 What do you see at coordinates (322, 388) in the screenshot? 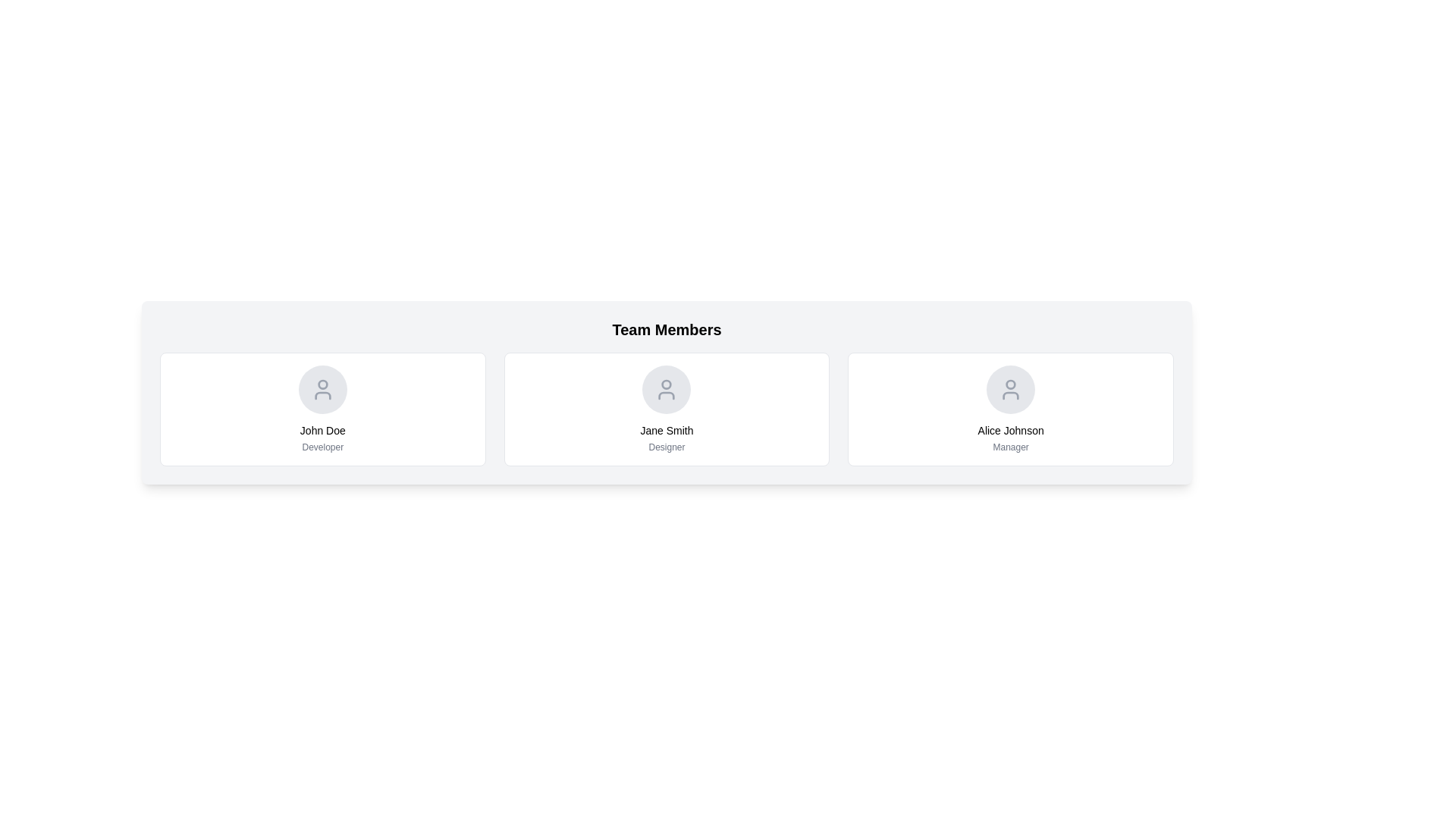
I see `the user silhouette icon located in the 'Team Members' section, which is styled with a grey color and rounded edges` at bounding box center [322, 388].